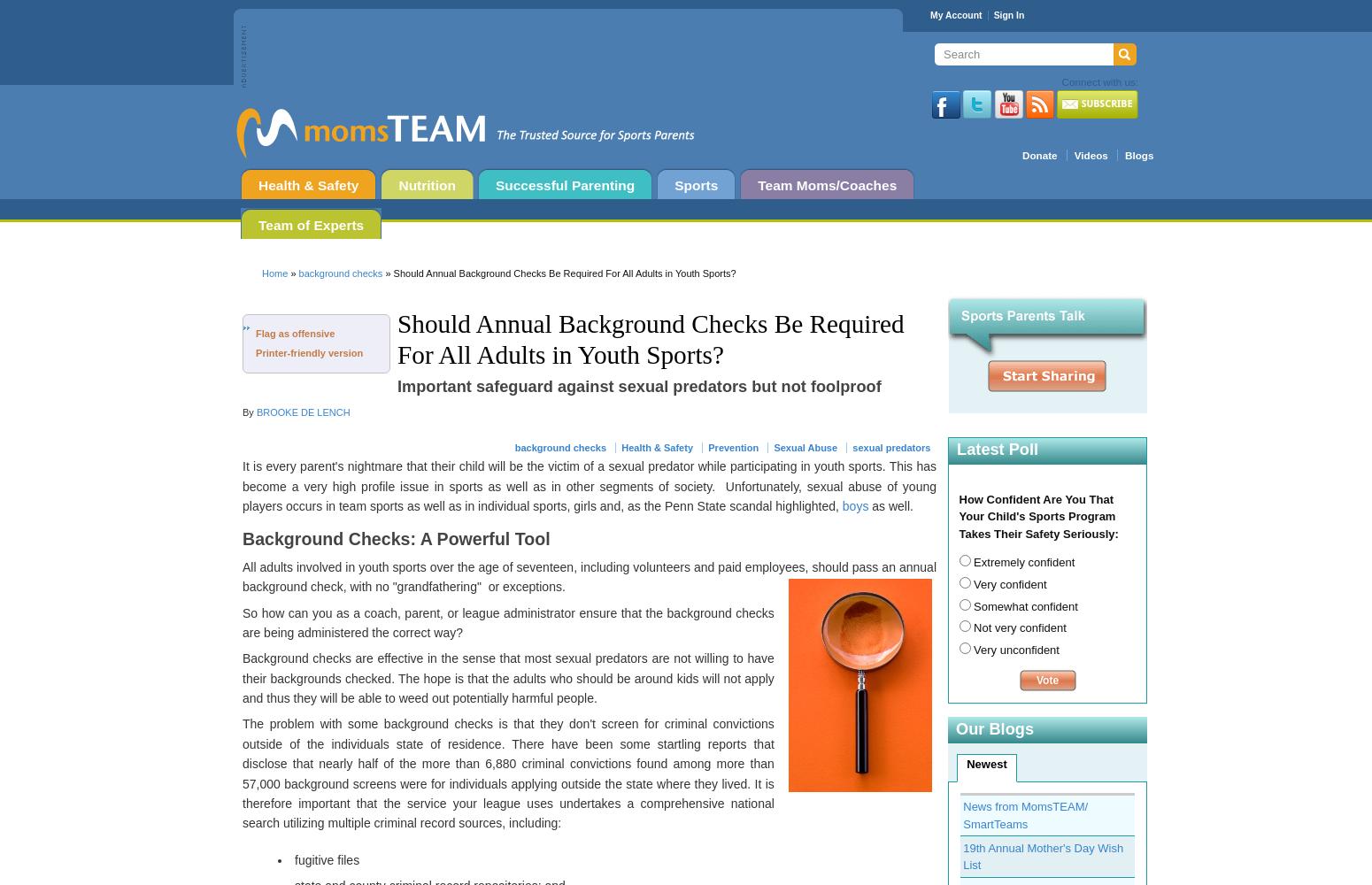 This screenshot has height=885, width=1372. I want to click on 'Our Blogs', so click(994, 727).